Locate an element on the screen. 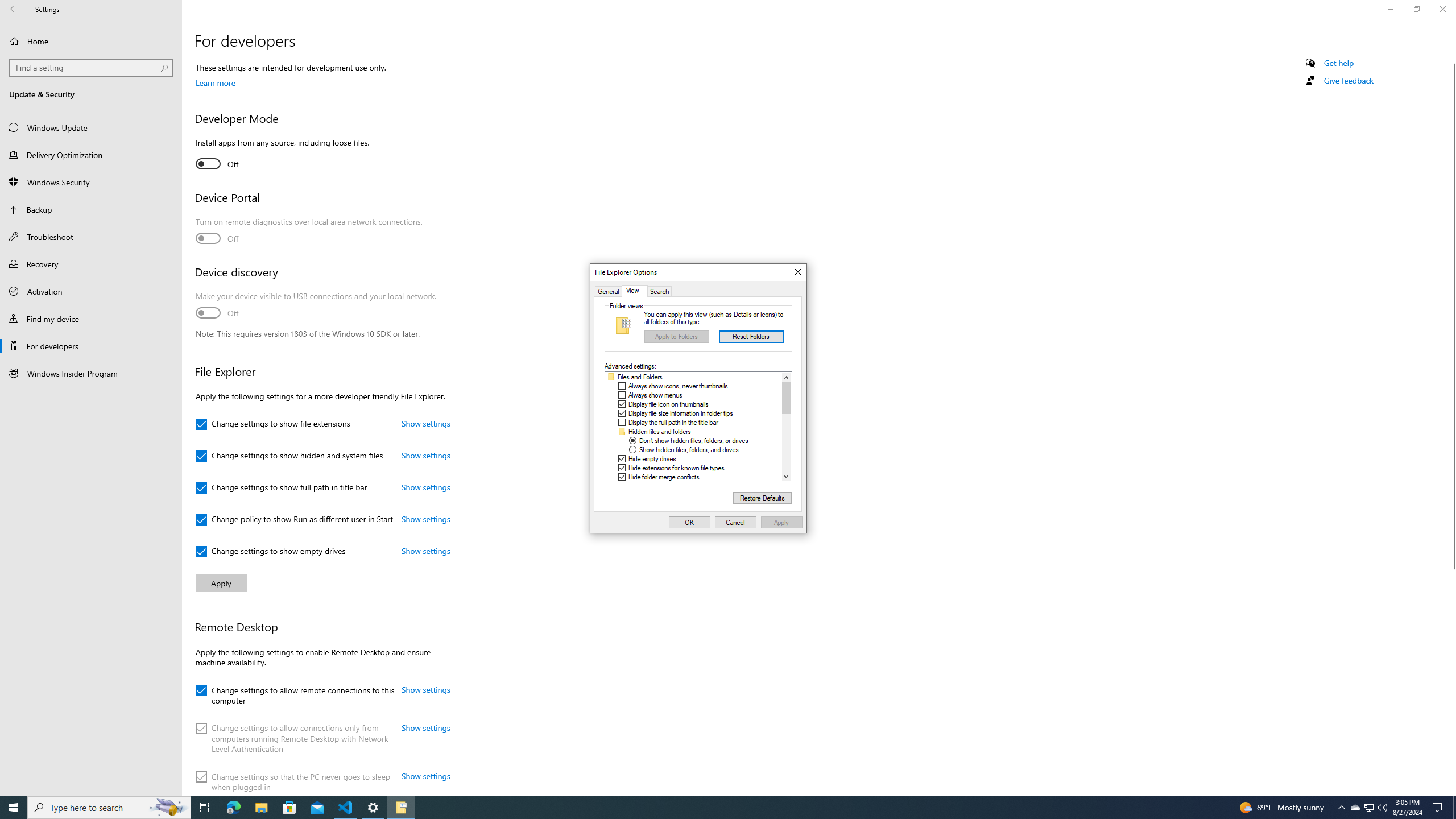  'Start' is located at coordinates (14, 806).